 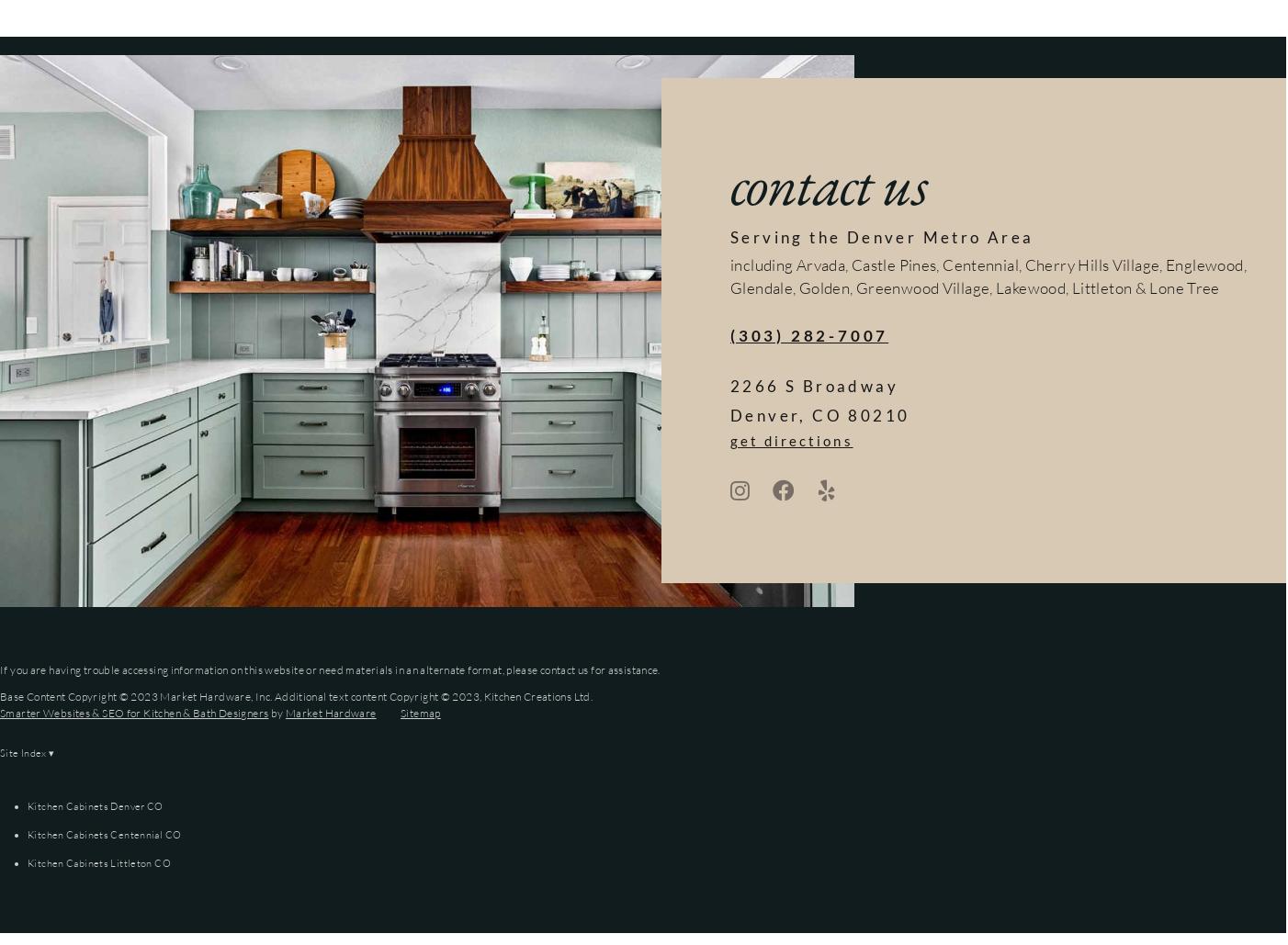 I want to click on 'Base Content Copyright © 2023 Market Hardware, Inc. Additional text content Copyright © 2023, Kitchen Creations Ltd.', so click(x=0, y=696).